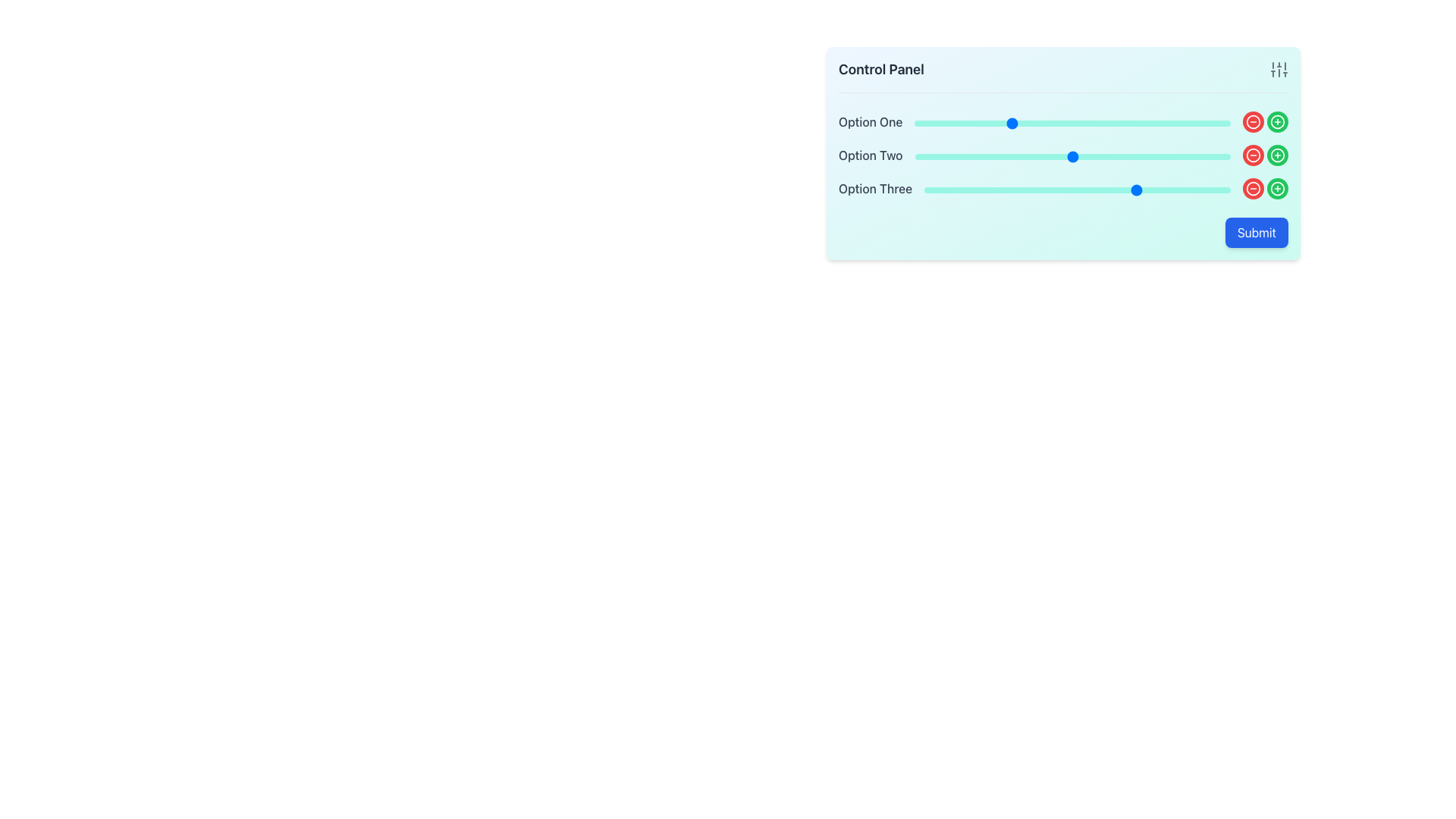 The image size is (1456, 819). I want to click on the button located on the right side of the interface near the 'Option Three' label, so click(1276, 121).